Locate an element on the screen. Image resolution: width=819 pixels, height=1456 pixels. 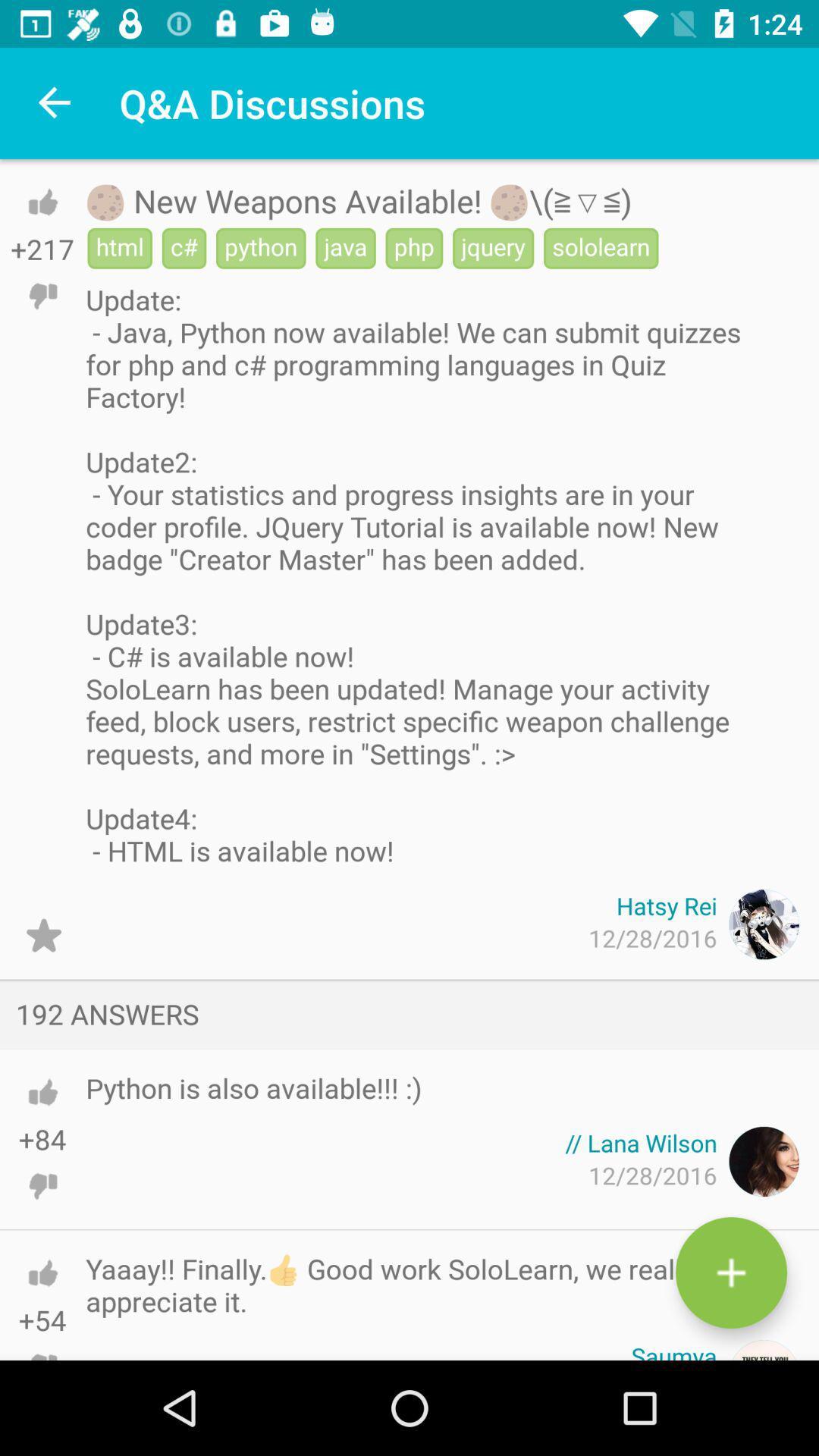
write new answer is located at coordinates (730, 1272).